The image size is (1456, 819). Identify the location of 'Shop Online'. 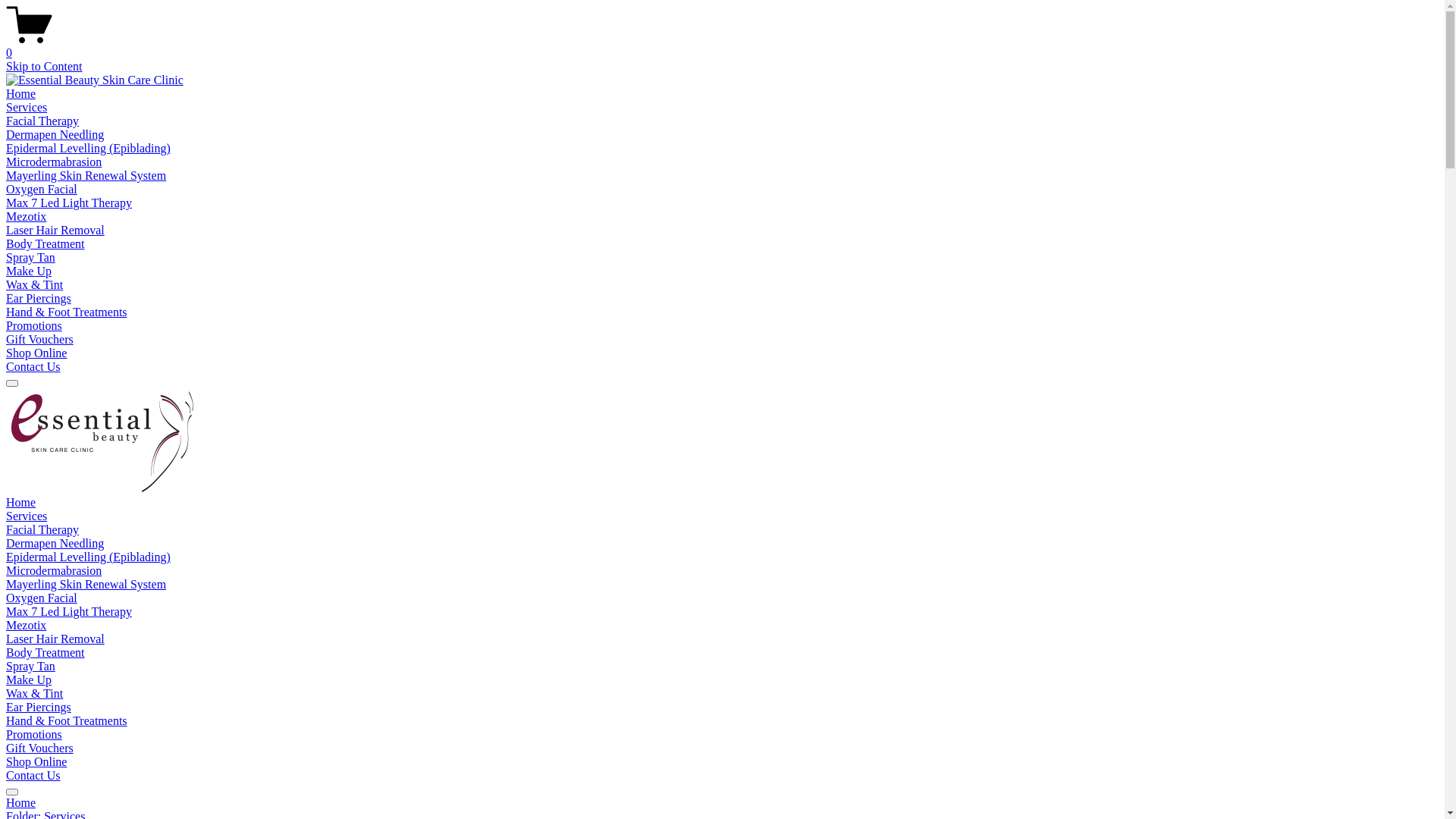
(36, 353).